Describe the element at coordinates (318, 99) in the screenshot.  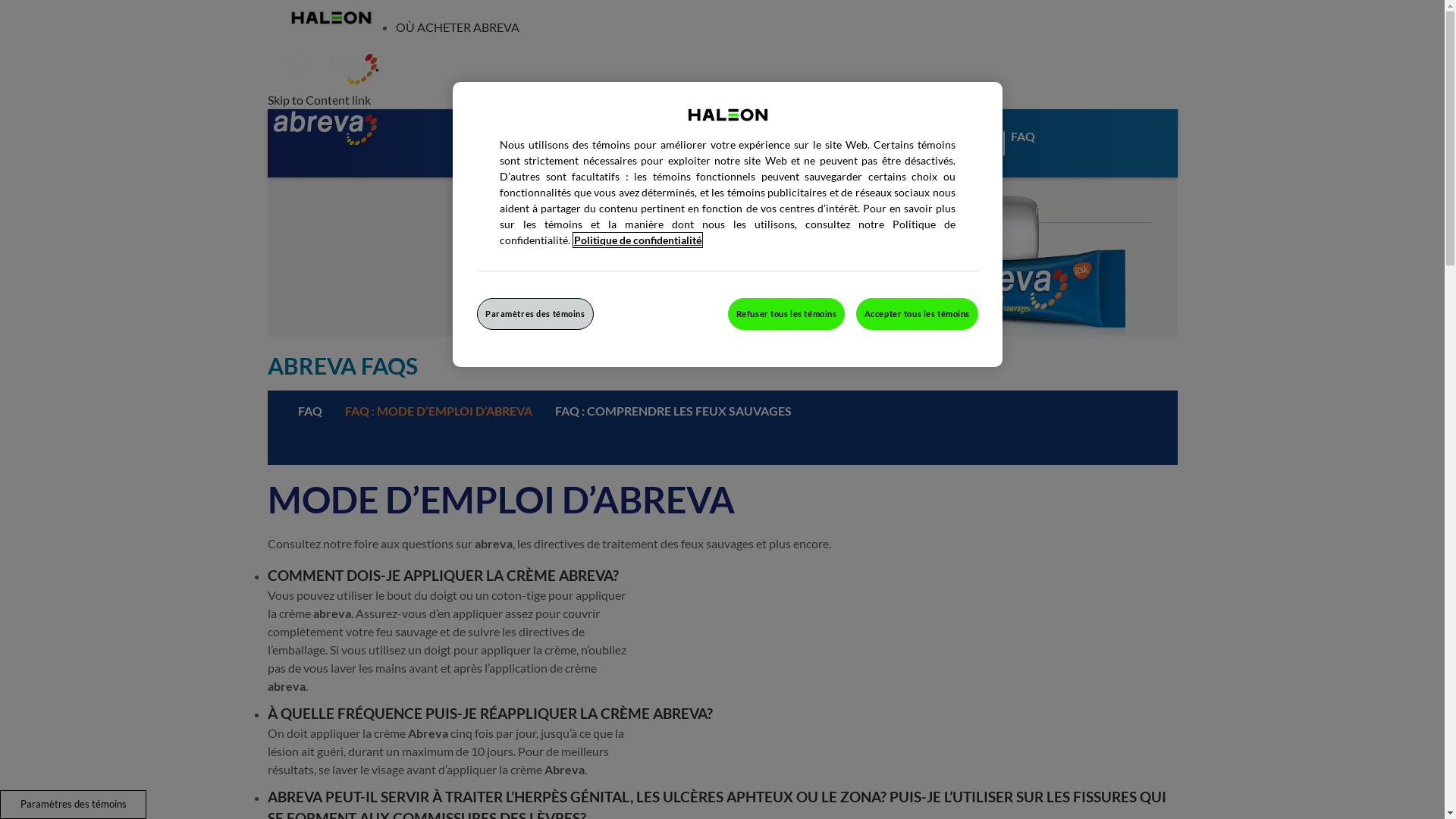
I see `'Skip to Content link'` at that location.